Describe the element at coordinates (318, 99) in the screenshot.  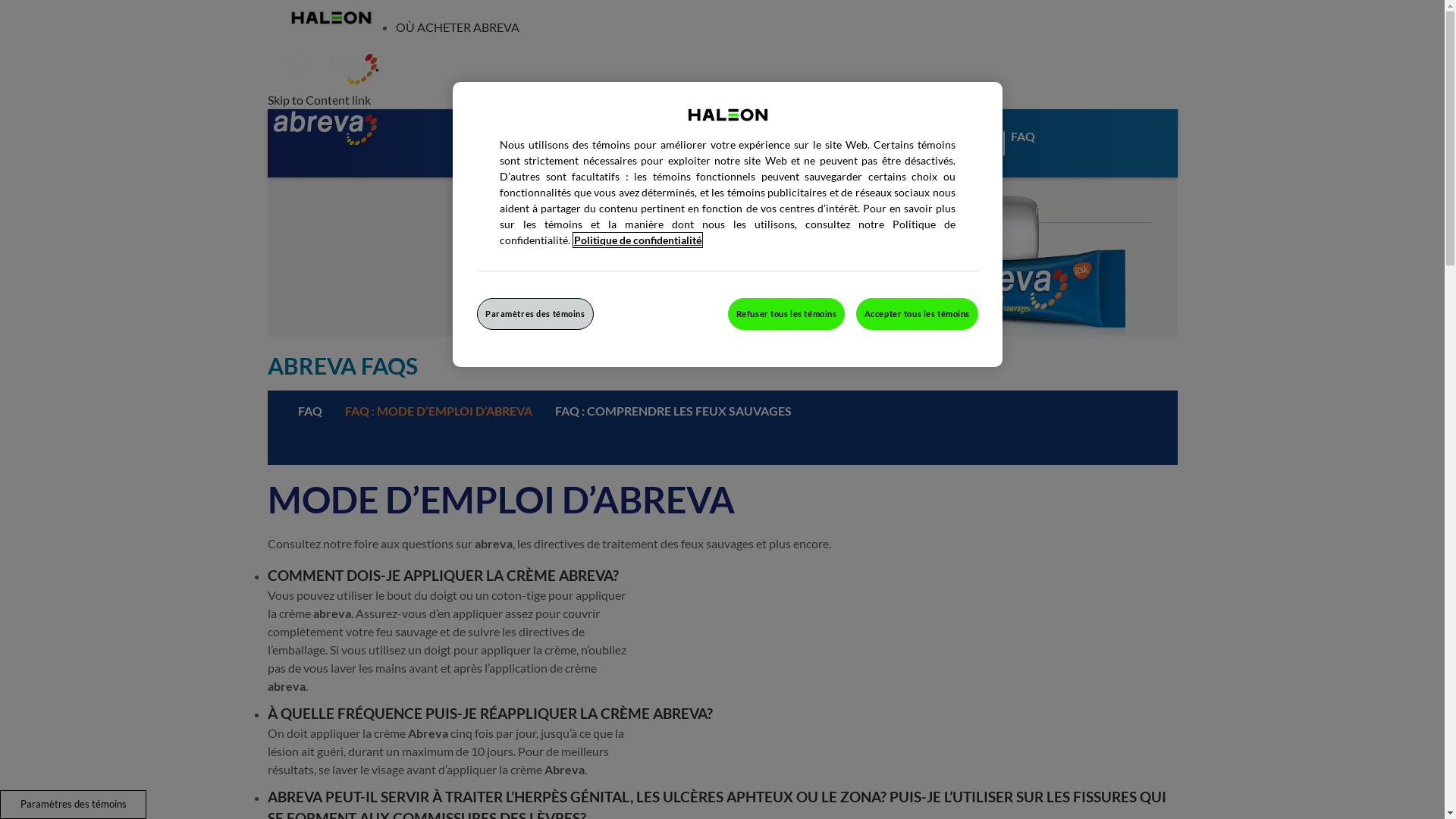
I see `'Skip to Content link'` at that location.